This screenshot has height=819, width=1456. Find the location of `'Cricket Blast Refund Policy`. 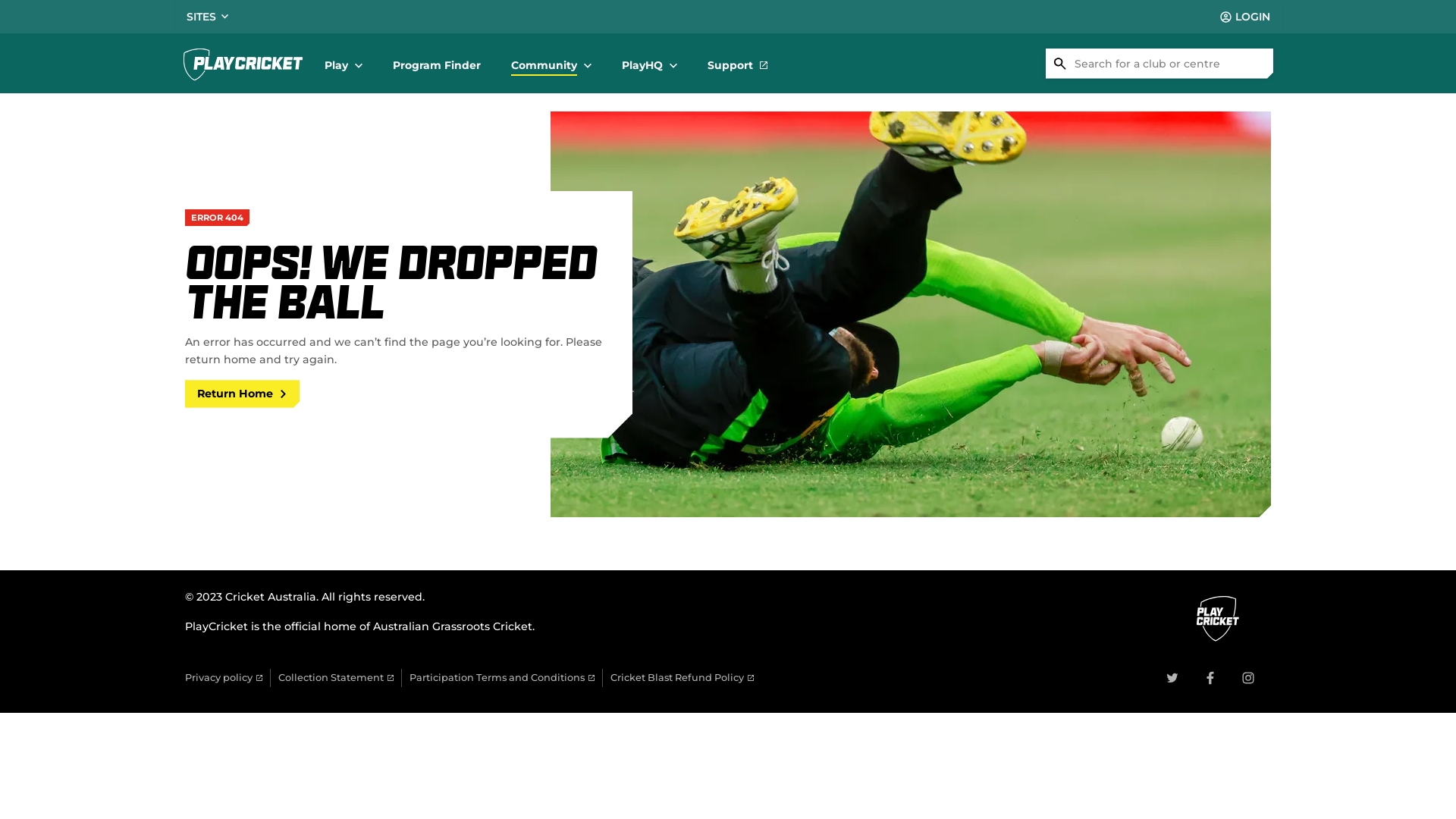

'Cricket Blast Refund Policy is located at coordinates (681, 677).